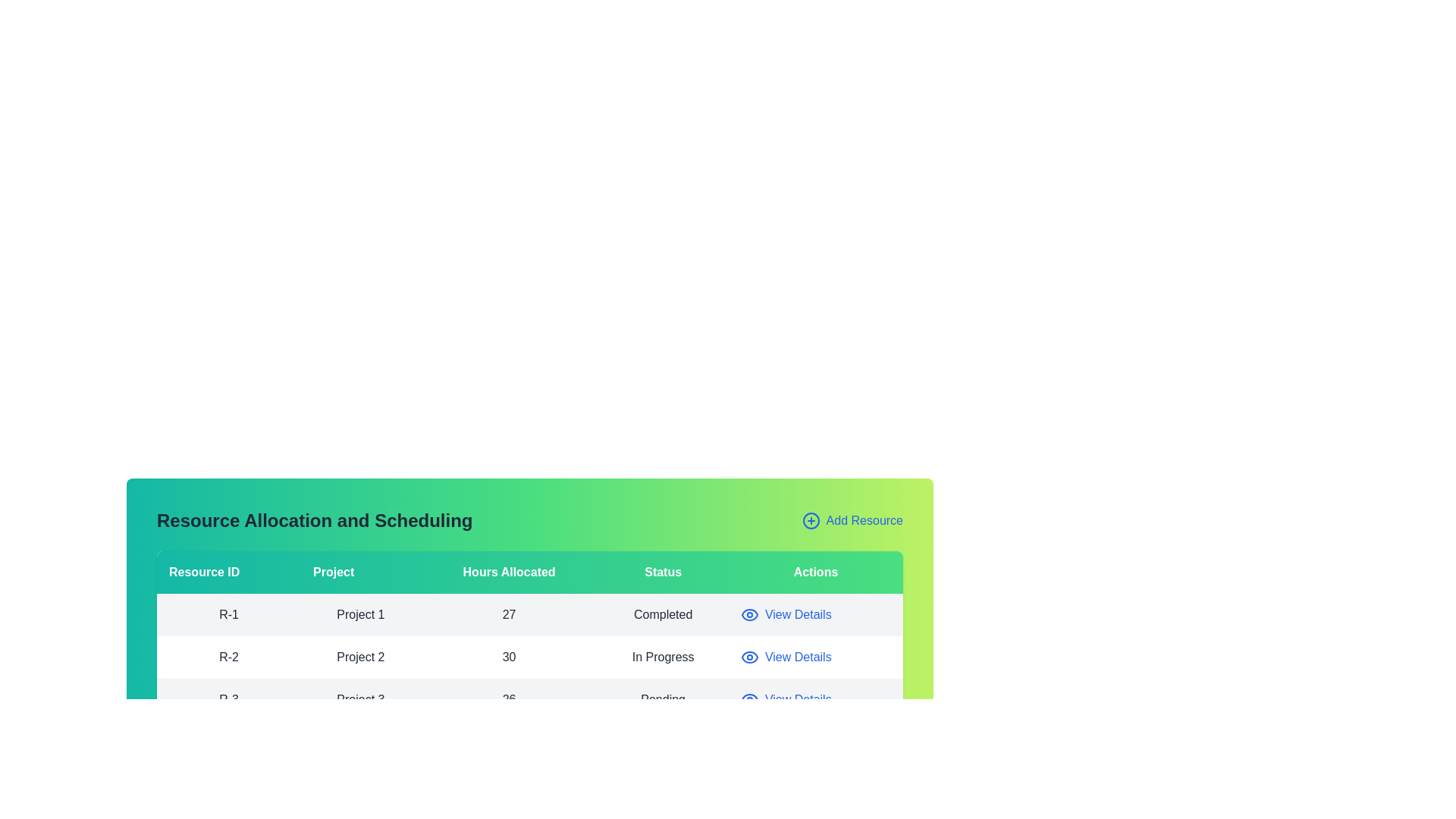 The width and height of the screenshot is (1456, 819). Describe the element at coordinates (359, 573) in the screenshot. I see `the column header labeled 'Project' to sort the table by that column` at that location.